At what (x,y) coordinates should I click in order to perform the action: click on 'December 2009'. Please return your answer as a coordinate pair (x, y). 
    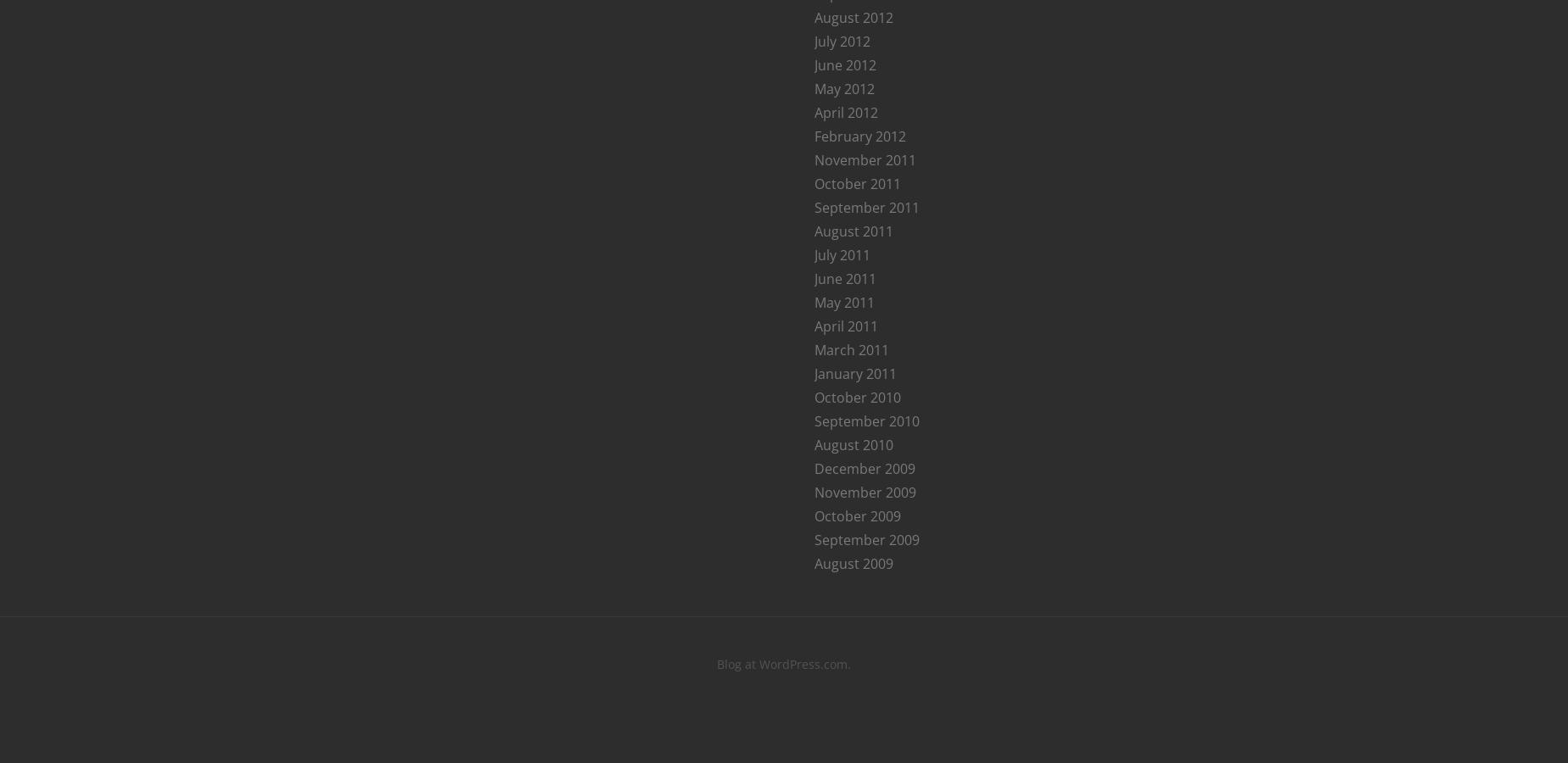
    Looking at the image, I should click on (864, 466).